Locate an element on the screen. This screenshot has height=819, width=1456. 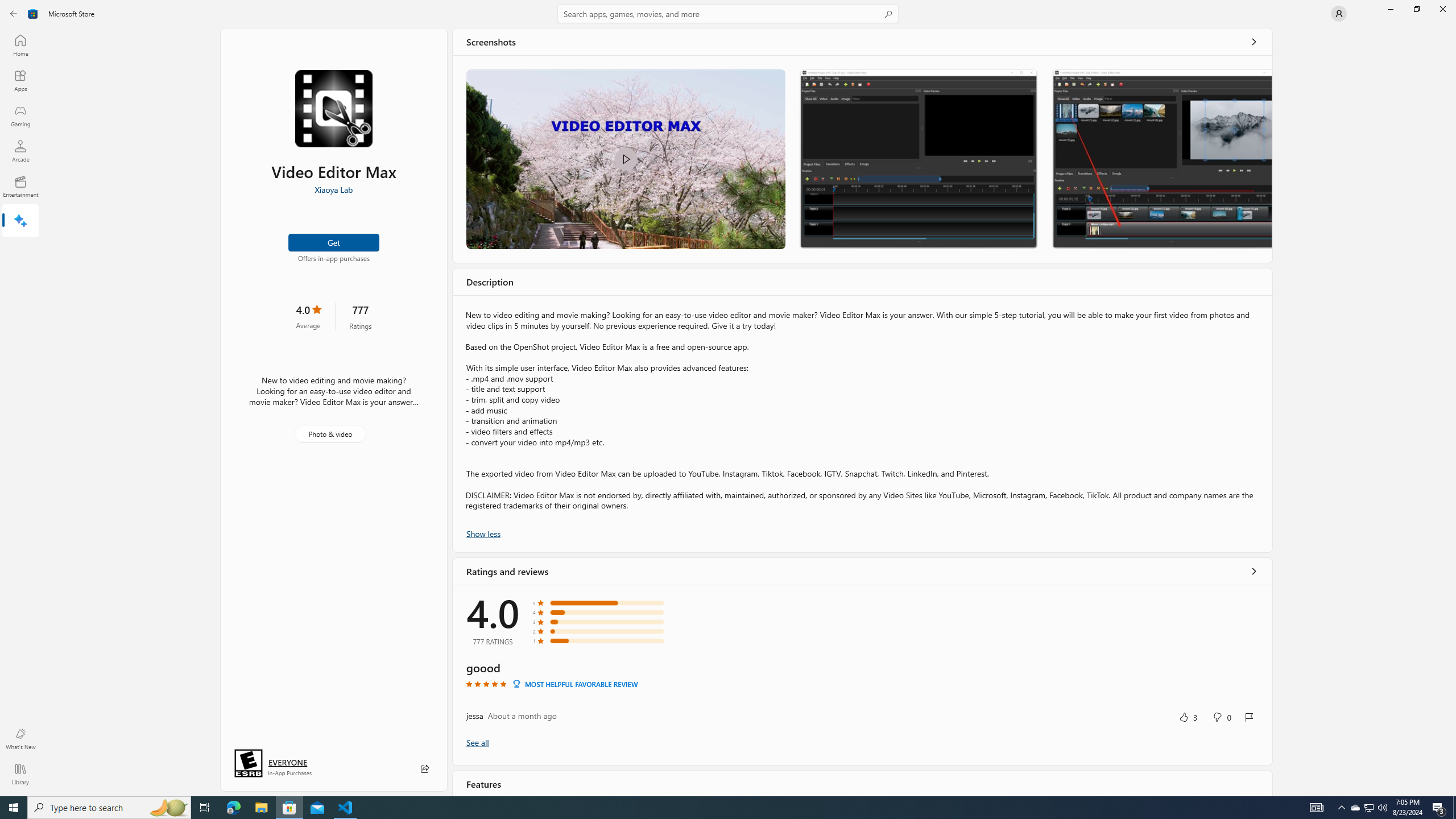
'Age rating: EVERYONE. Click for more information.' is located at coordinates (287, 762).